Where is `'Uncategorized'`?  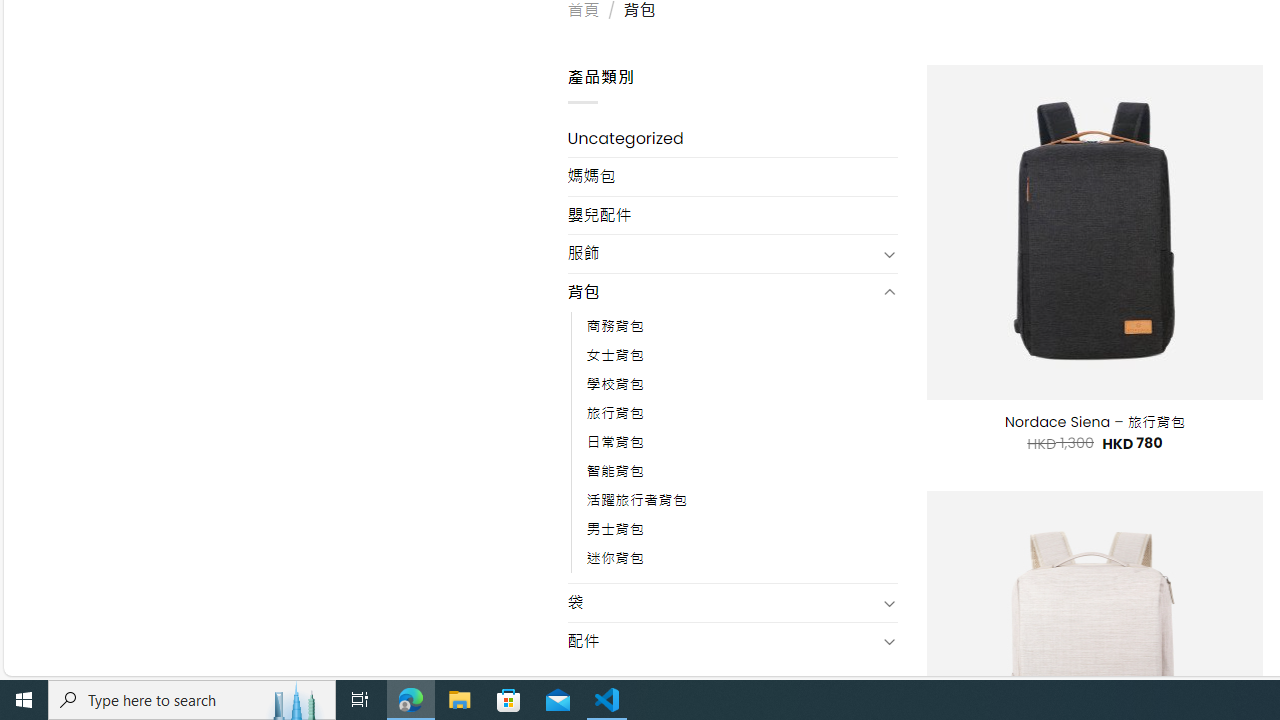 'Uncategorized' is located at coordinates (731, 137).